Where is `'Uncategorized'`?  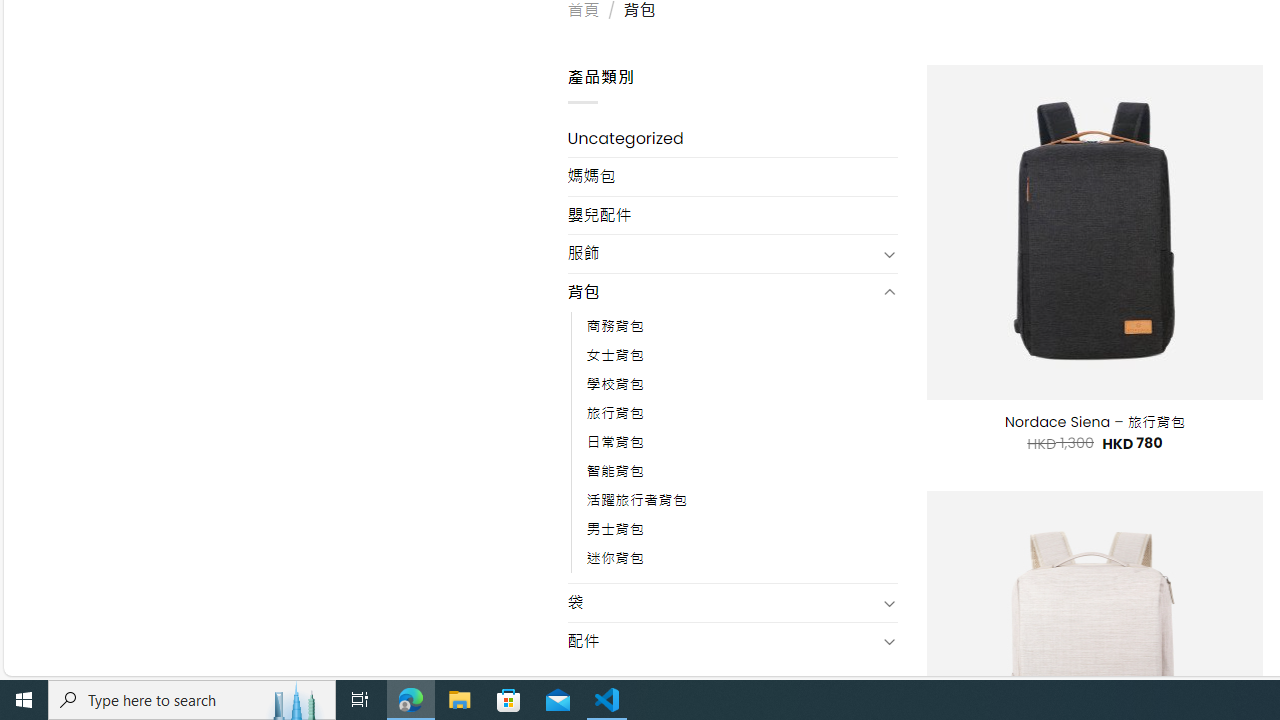 'Uncategorized' is located at coordinates (731, 137).